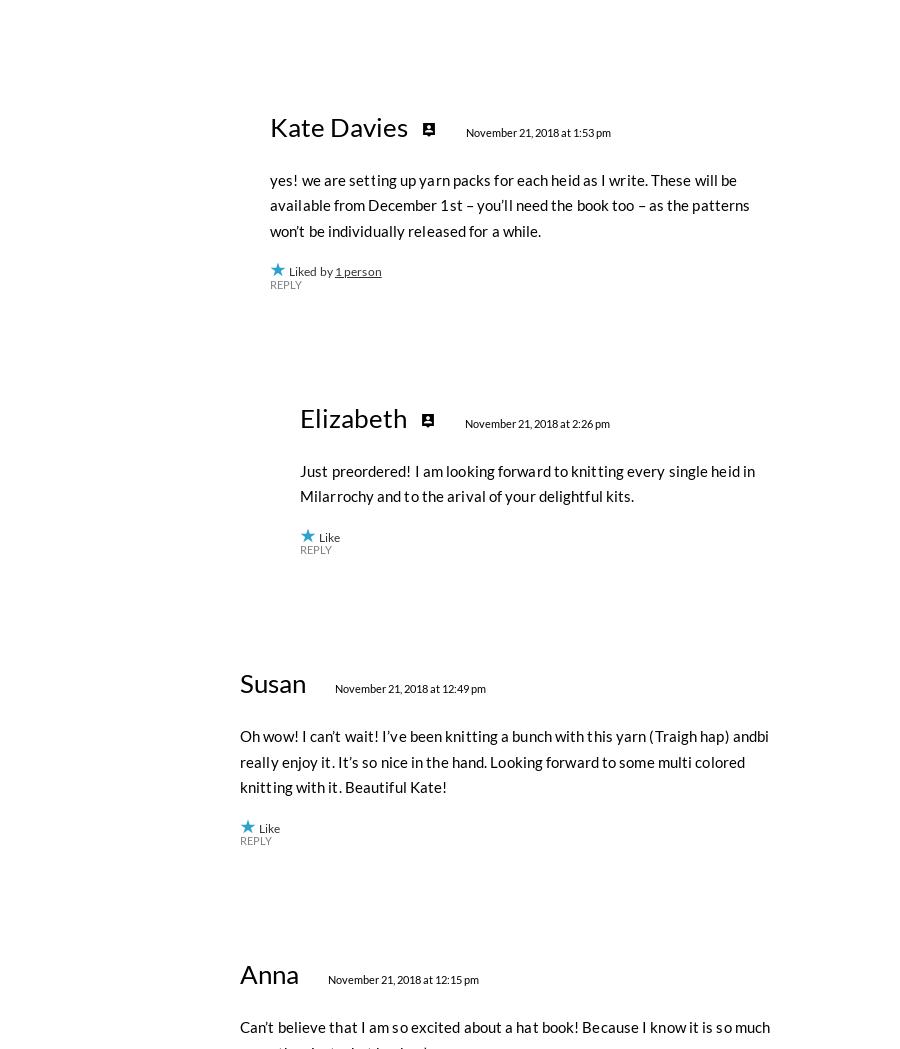 The height and width of the screenshot is (1049, 900). Describe the element at coordinates (325, 96) in the screenshot. I see `'Amazing!!  I want them all!'` at that location.